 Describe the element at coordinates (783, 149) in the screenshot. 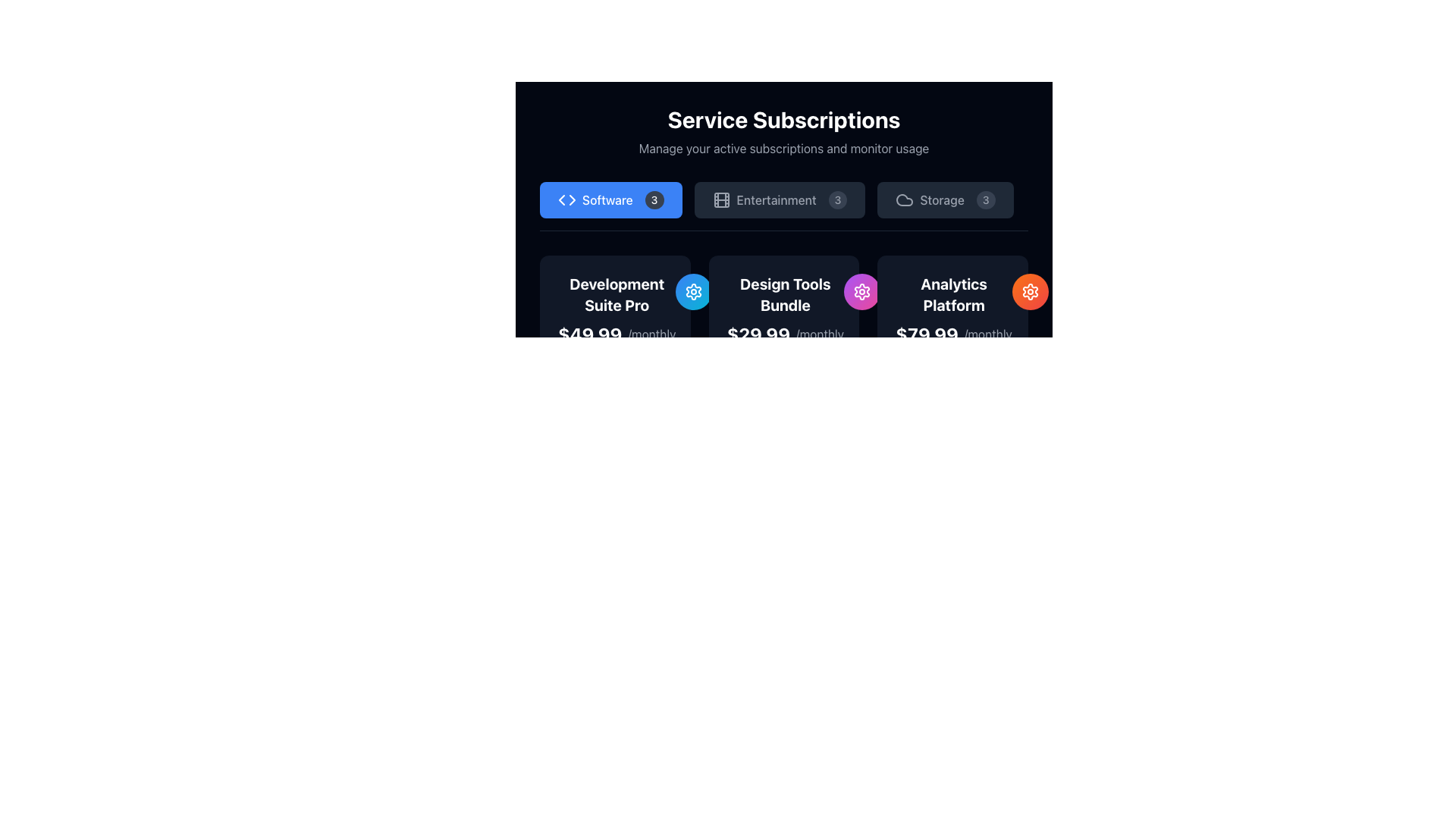

I see `the informational text element that provides context about the 'Service Subscriptions' section, located directly beneath the main header` at that location.